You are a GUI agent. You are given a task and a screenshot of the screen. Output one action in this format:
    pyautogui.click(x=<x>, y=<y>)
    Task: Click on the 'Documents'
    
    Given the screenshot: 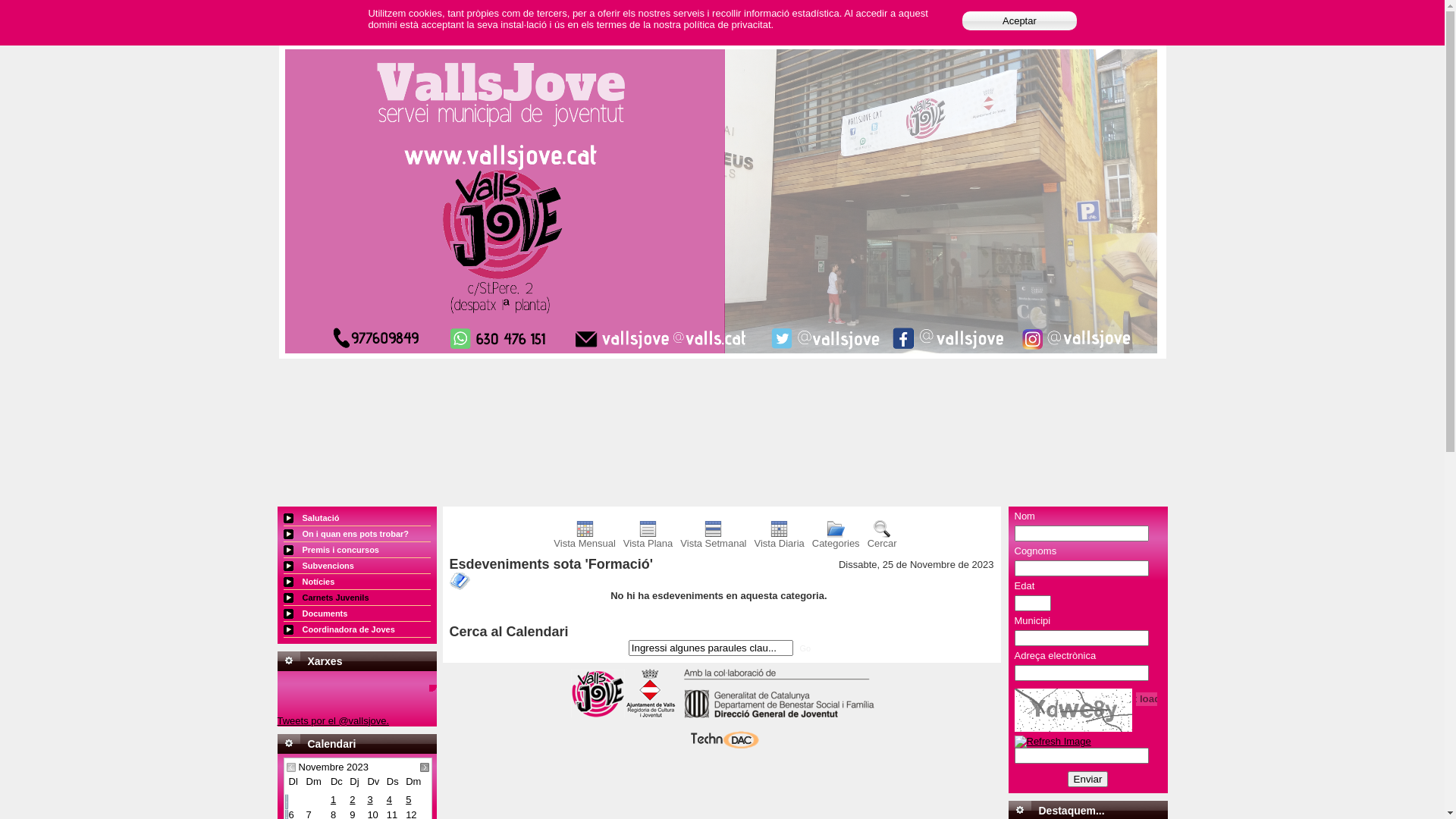 What is the action you would take?
    pyautogui.click(x=356, y=613)
    